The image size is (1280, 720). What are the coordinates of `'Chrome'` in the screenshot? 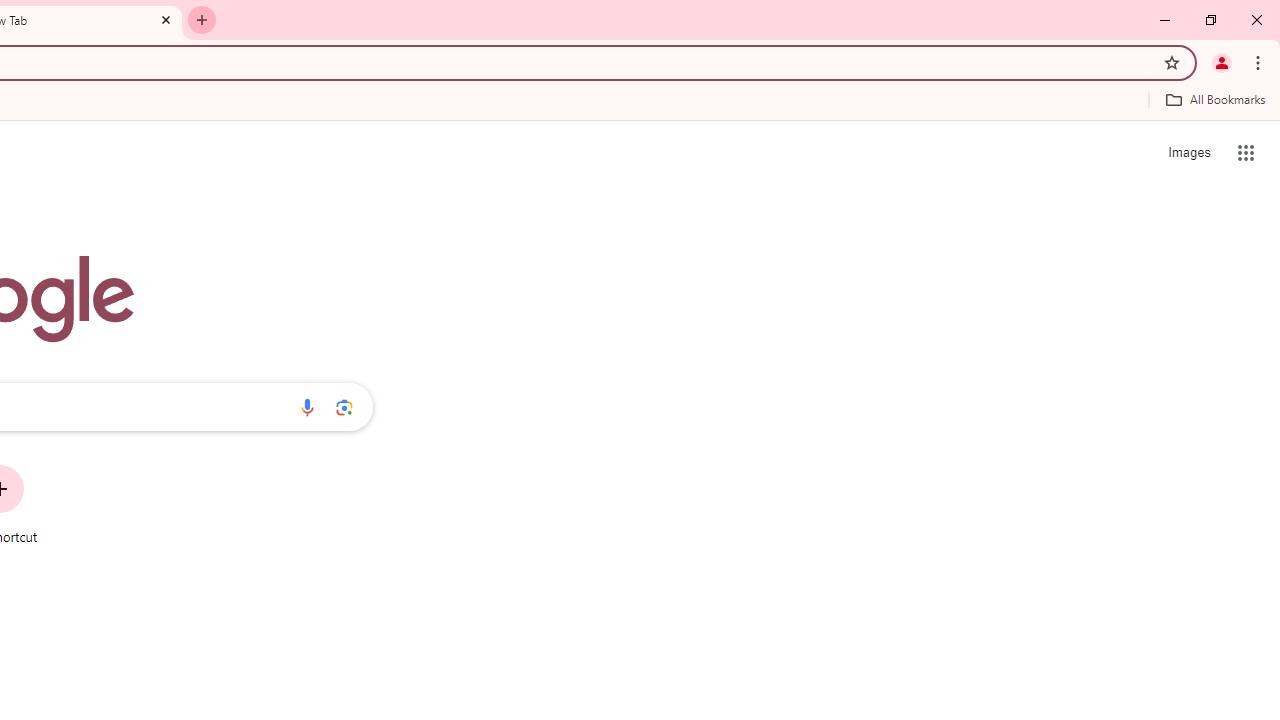 It's located at (1259, 61).